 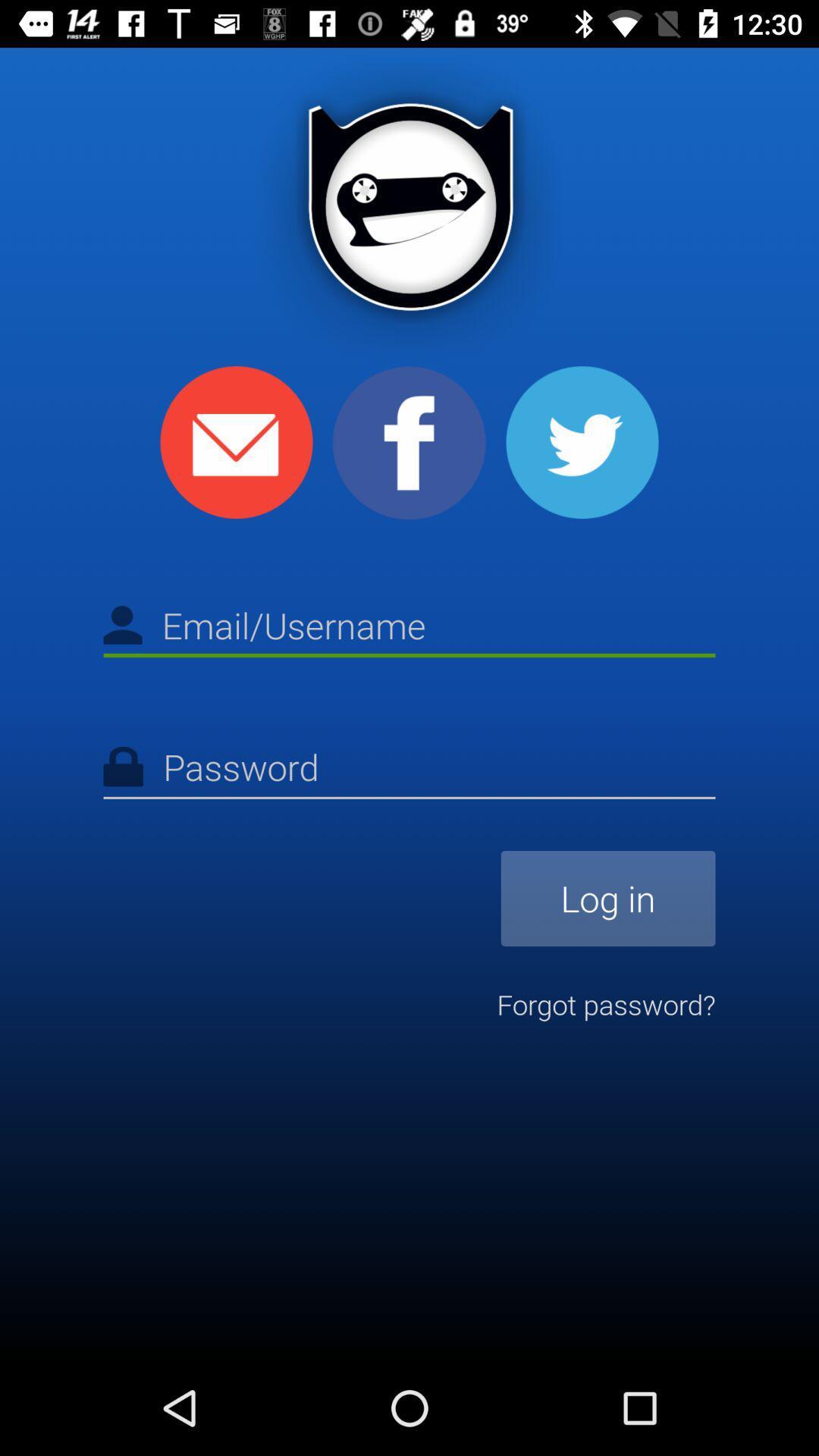 I want to click on the log in icon, so click(x=607, y=899).